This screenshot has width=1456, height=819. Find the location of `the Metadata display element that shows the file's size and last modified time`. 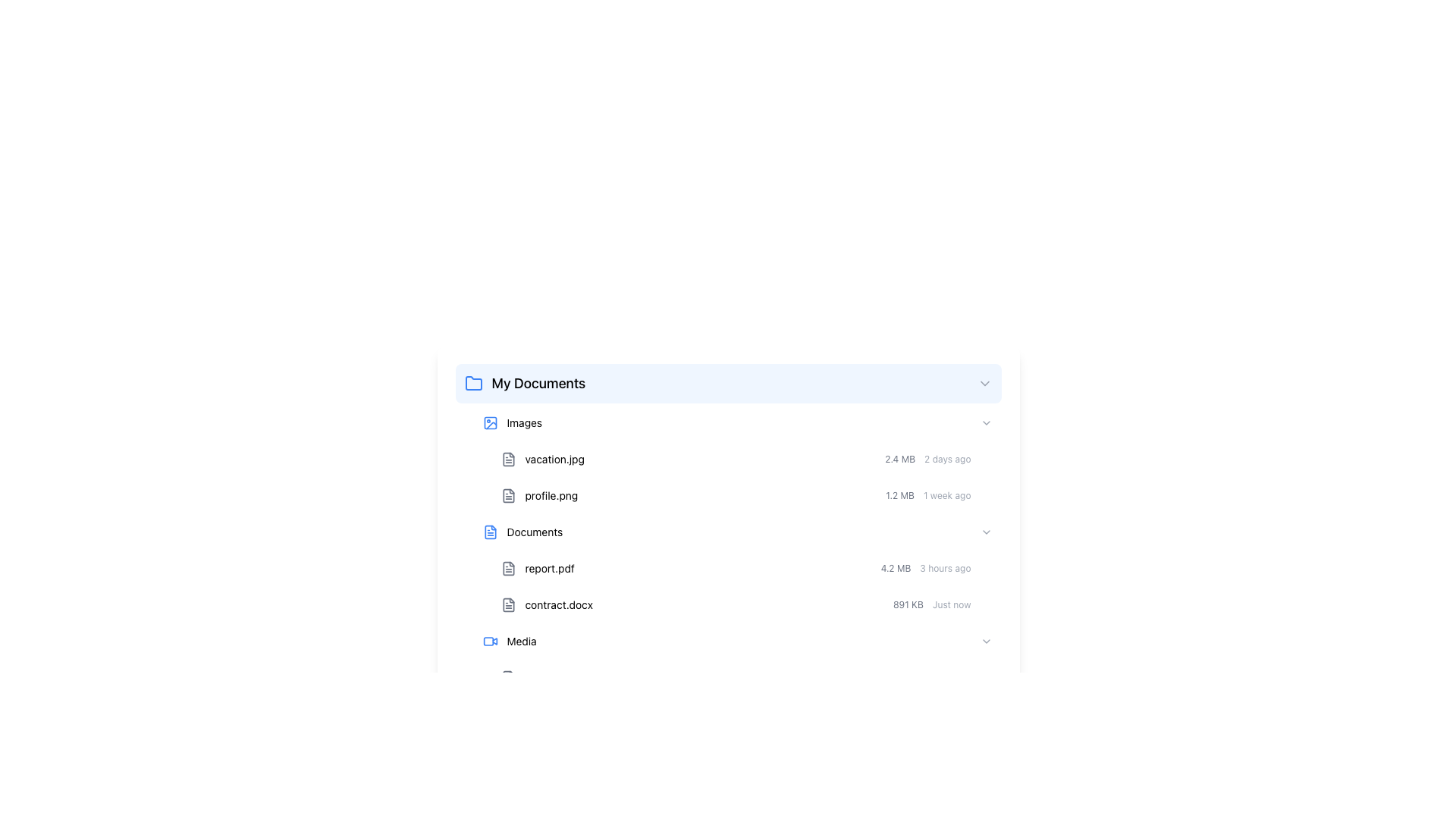

the Metadata display element that shows the file's size and last modified time is located at coordinates (939, 677).